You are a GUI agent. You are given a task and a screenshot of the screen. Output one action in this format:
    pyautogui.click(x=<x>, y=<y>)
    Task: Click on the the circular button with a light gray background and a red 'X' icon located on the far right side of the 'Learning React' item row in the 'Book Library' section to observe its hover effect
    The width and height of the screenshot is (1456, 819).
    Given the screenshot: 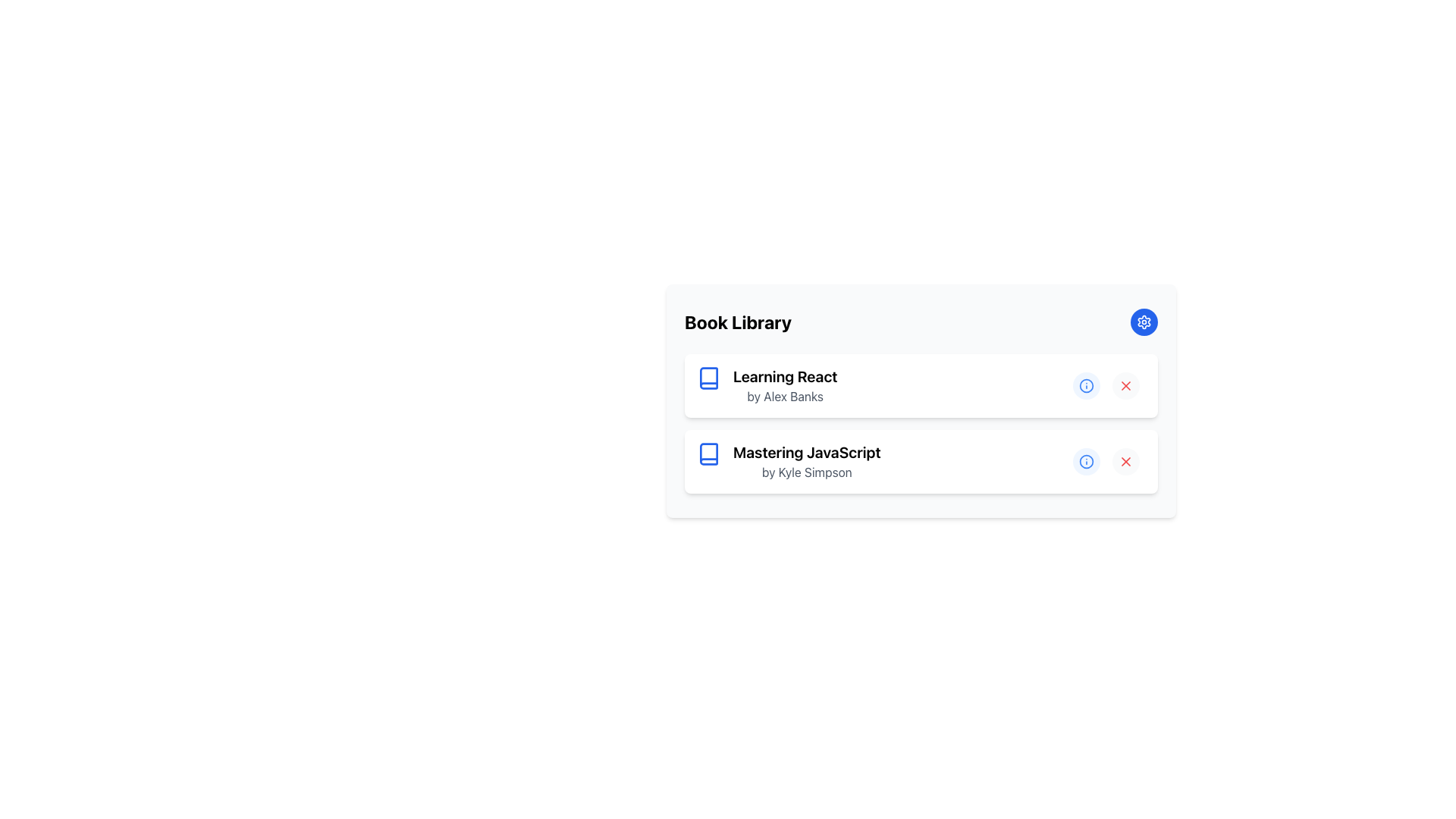 What is the action you would take?
    pyautogui.click(x=1125, y=385)
    